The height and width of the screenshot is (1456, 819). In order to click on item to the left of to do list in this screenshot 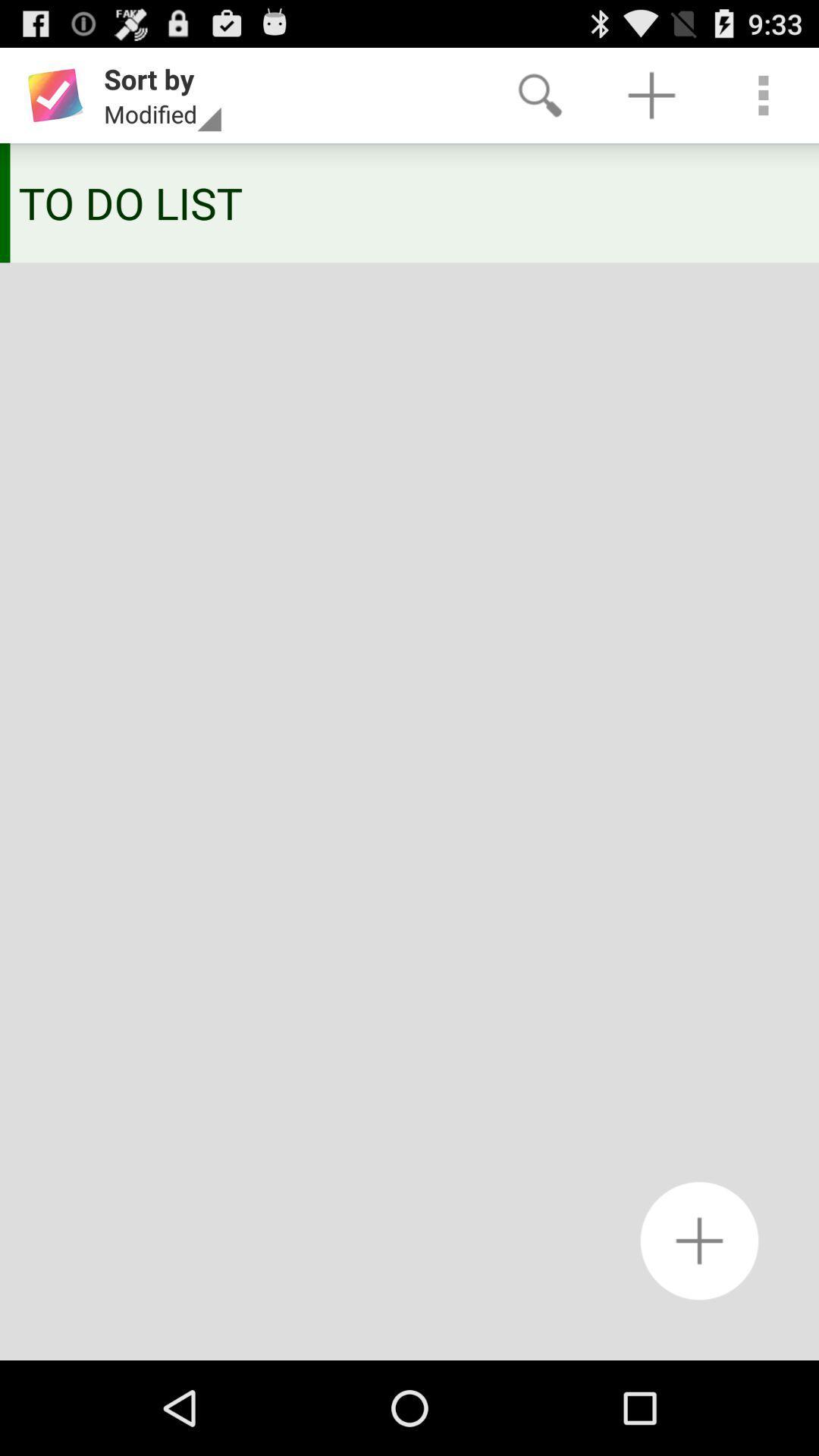, I will do `click(5, 202)`.